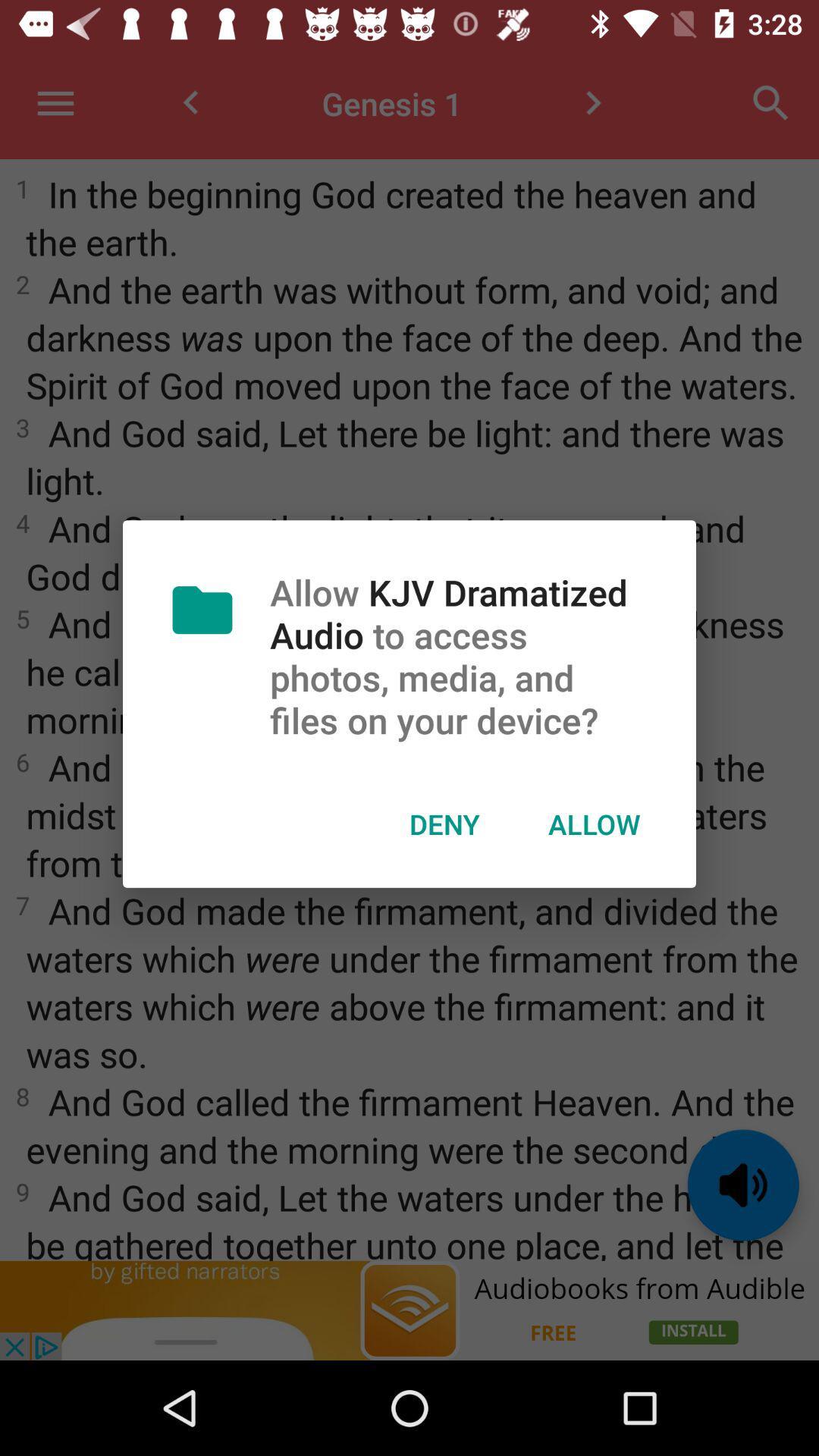 The width and height of the screenshot is (819, 1456). Describe the element at coordinates (742, 1185) in the screenshot. I see `the volume icon` at that location.